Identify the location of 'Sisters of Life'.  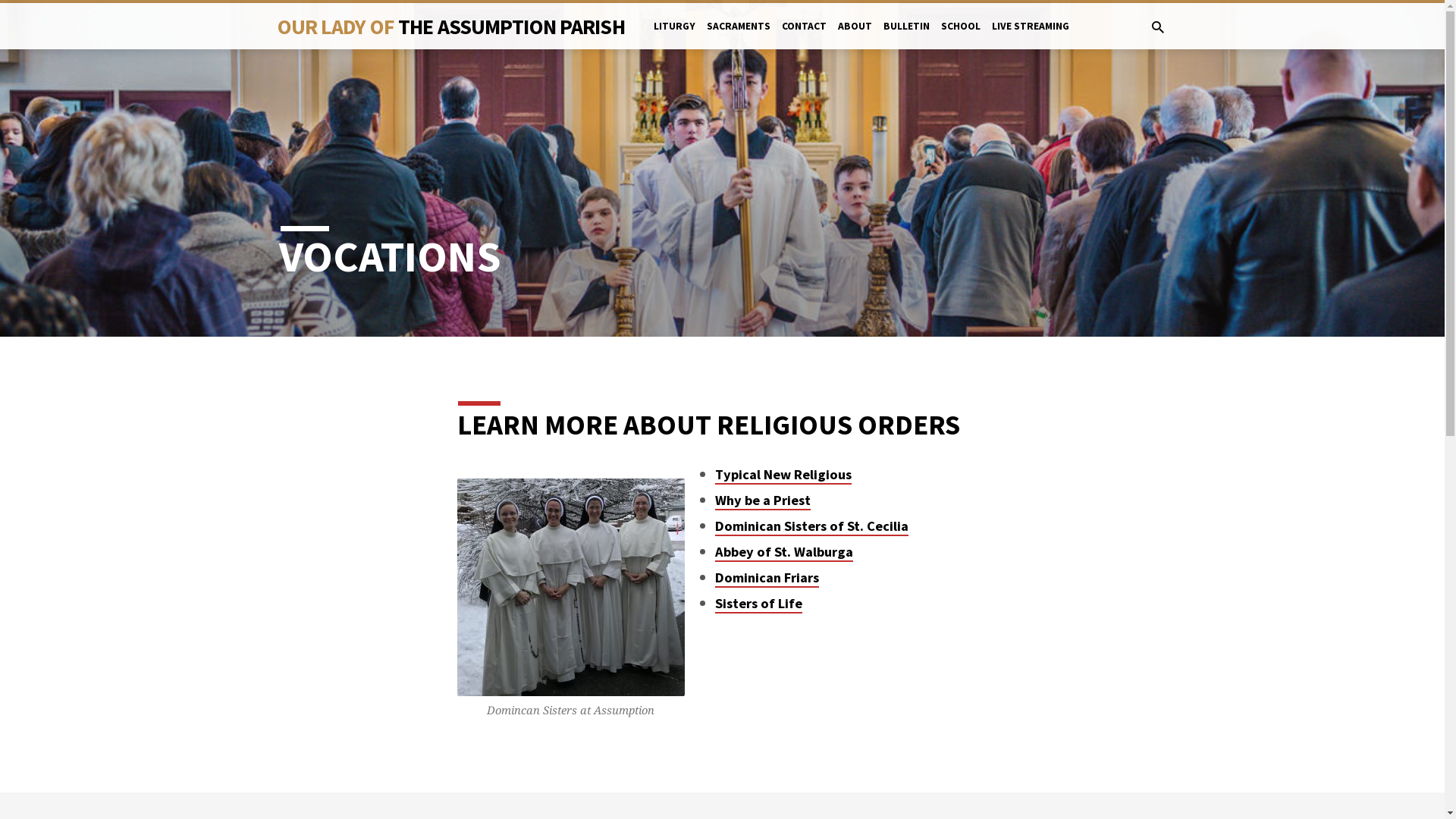
(758, 603).